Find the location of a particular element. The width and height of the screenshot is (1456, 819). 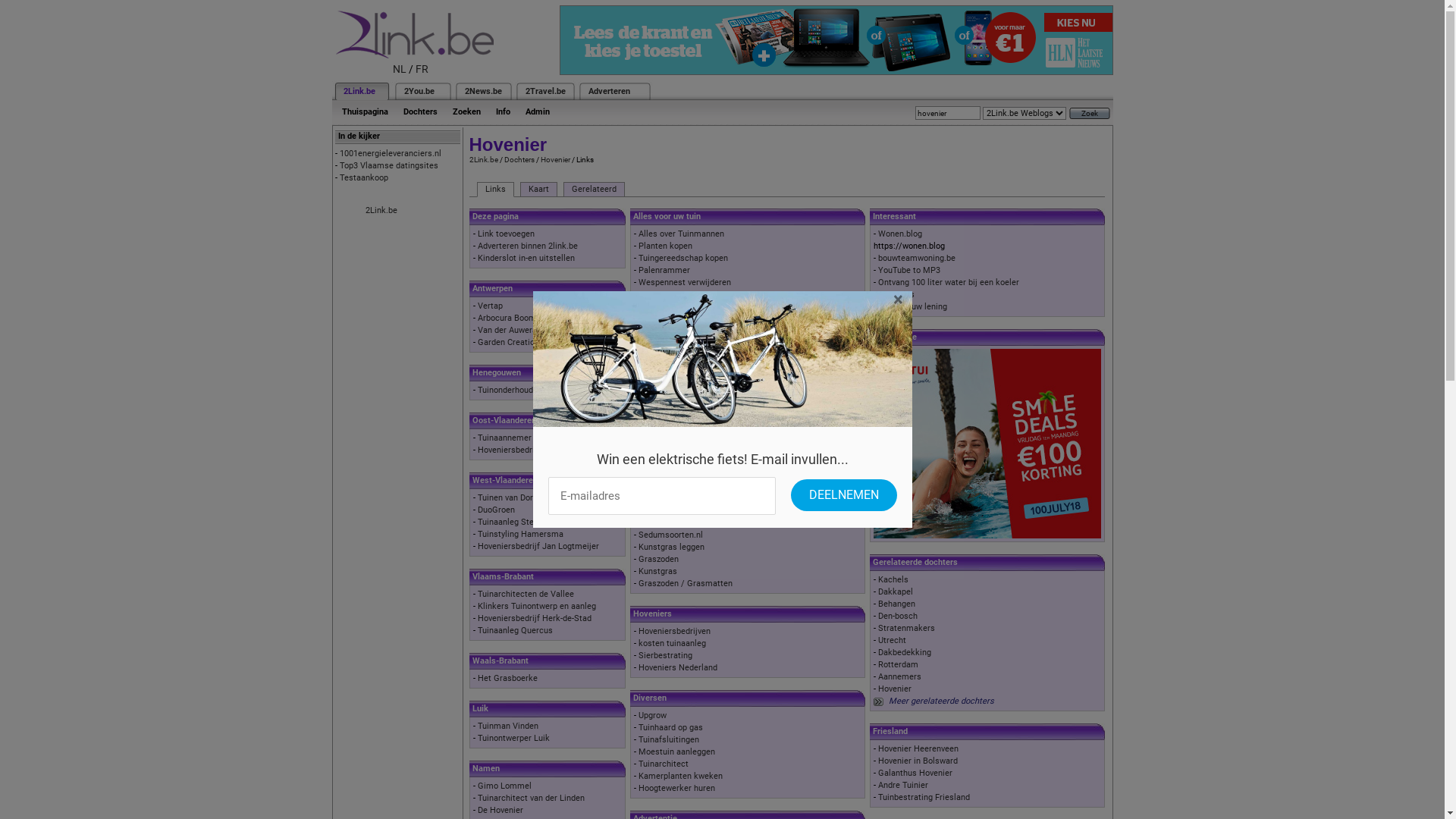

'DuoGroen' is located at coordinates (496, 510).